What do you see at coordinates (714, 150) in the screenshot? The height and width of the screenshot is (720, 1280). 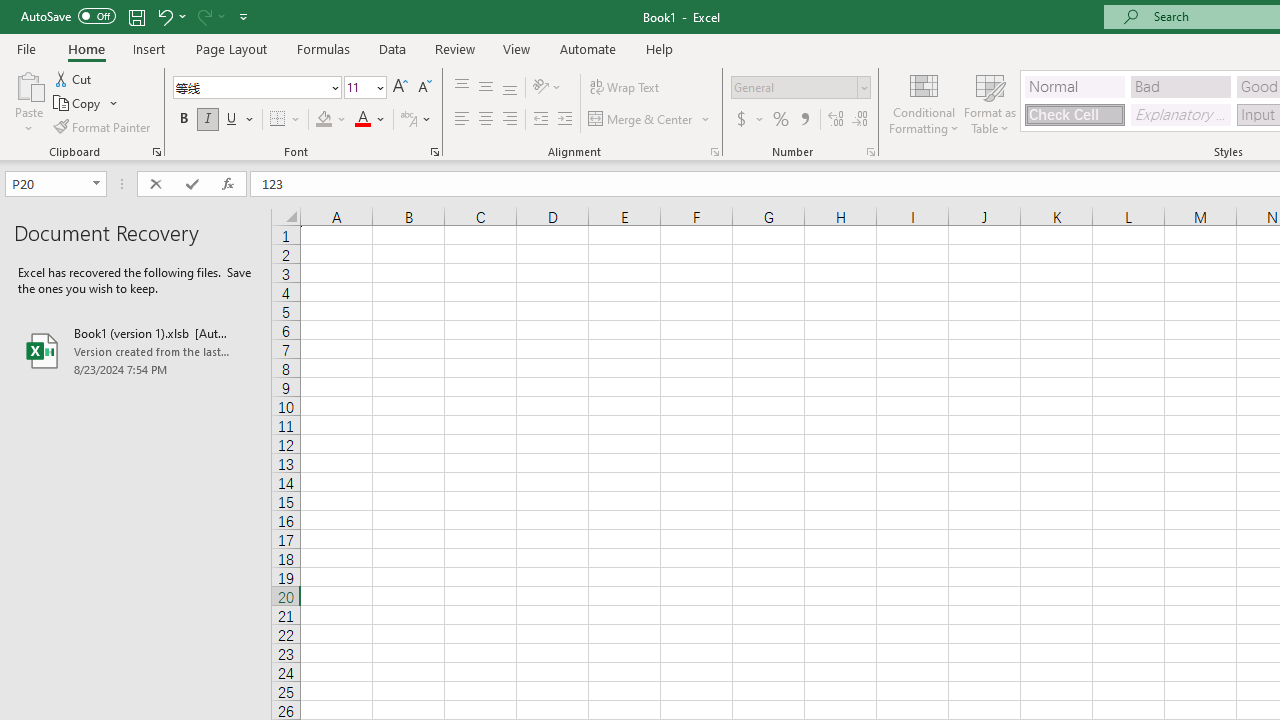 I see `'Format Cell Alignment'` at bounding box center [714, 150].